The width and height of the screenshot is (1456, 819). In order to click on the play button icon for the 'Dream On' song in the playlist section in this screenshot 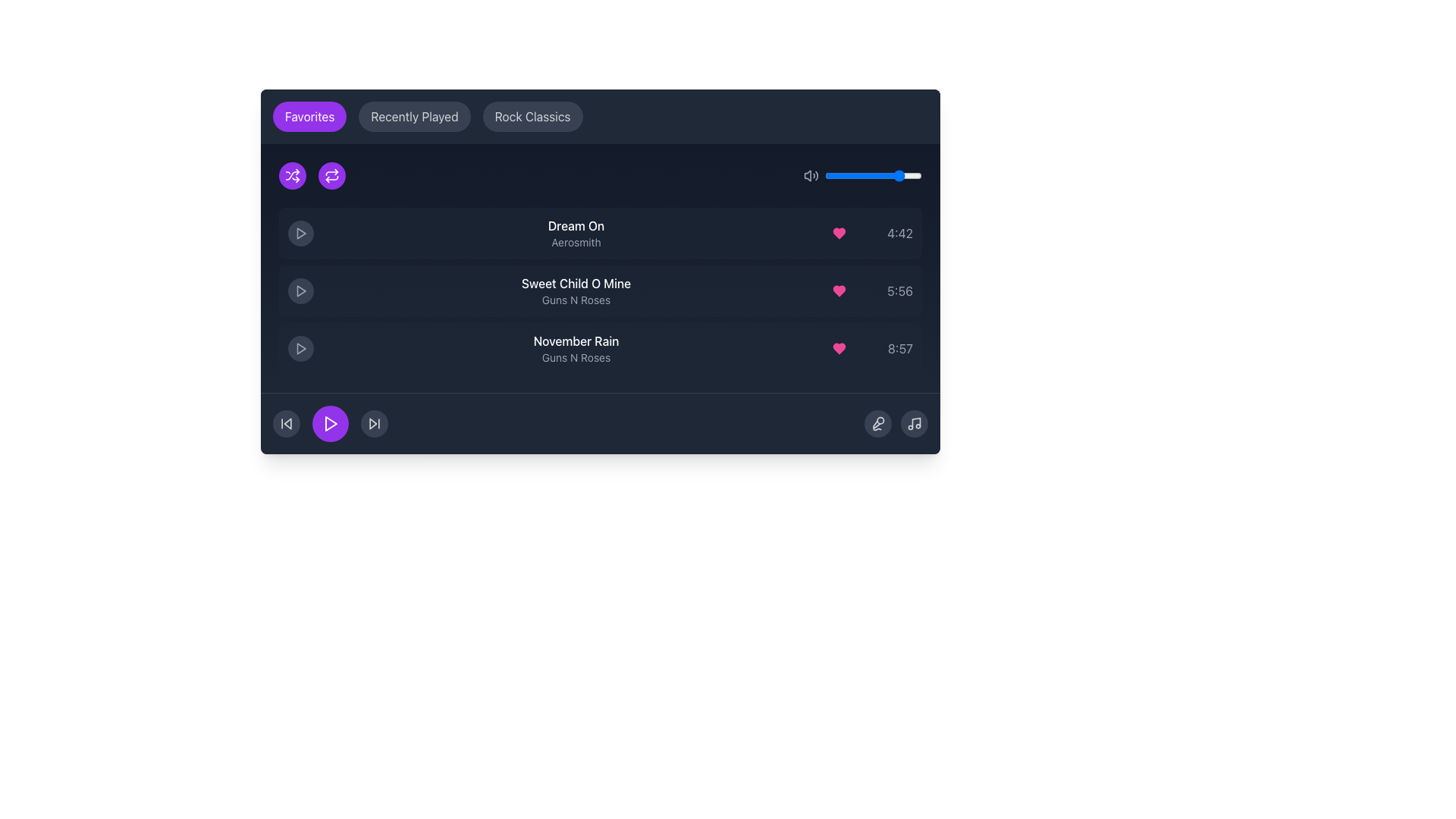, I will do `click(301, 234)`.